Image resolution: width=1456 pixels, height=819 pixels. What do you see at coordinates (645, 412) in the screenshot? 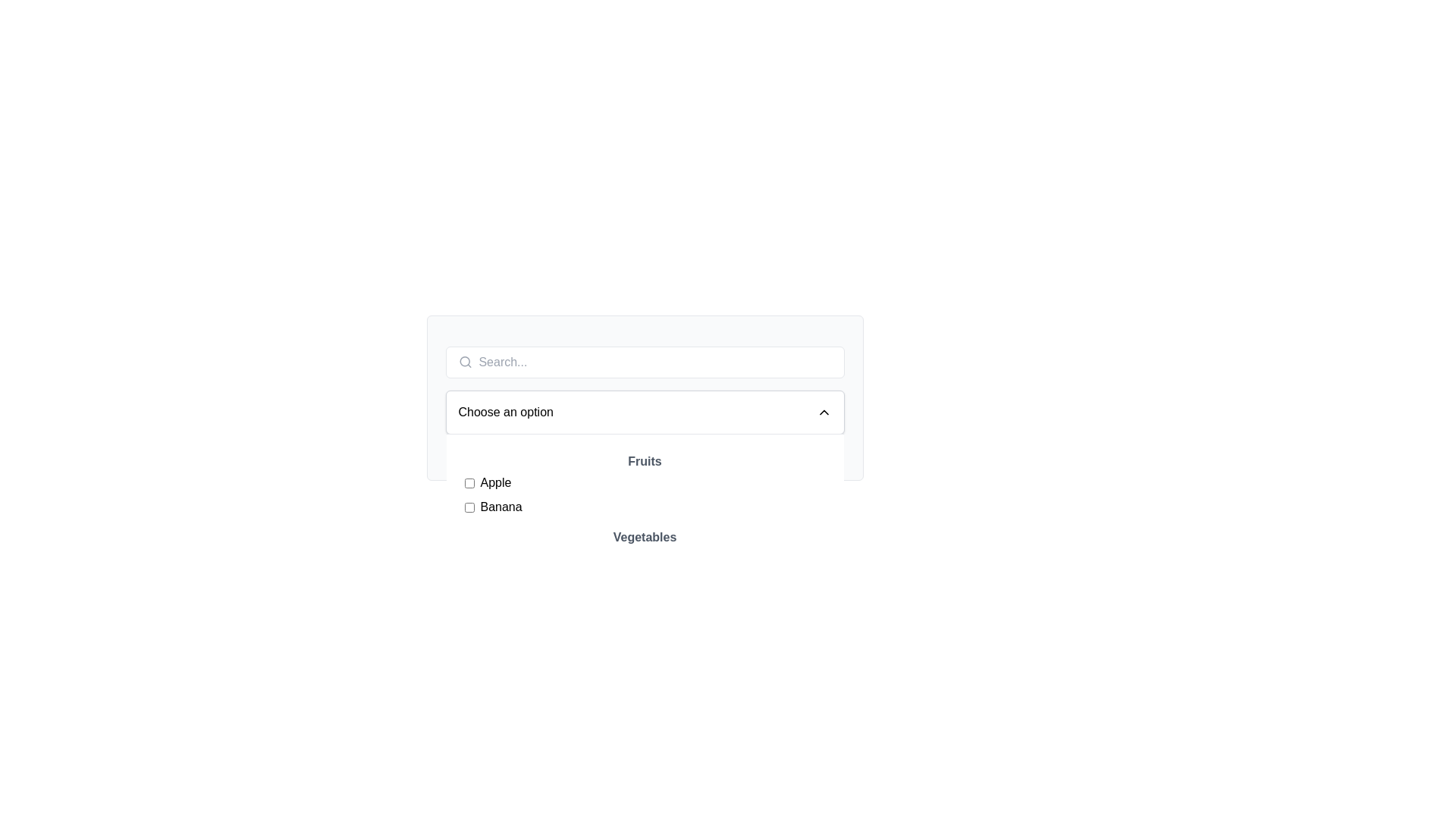
I see `the dropdown menu trigger located below the search bar` at bounding box center [645, 412].